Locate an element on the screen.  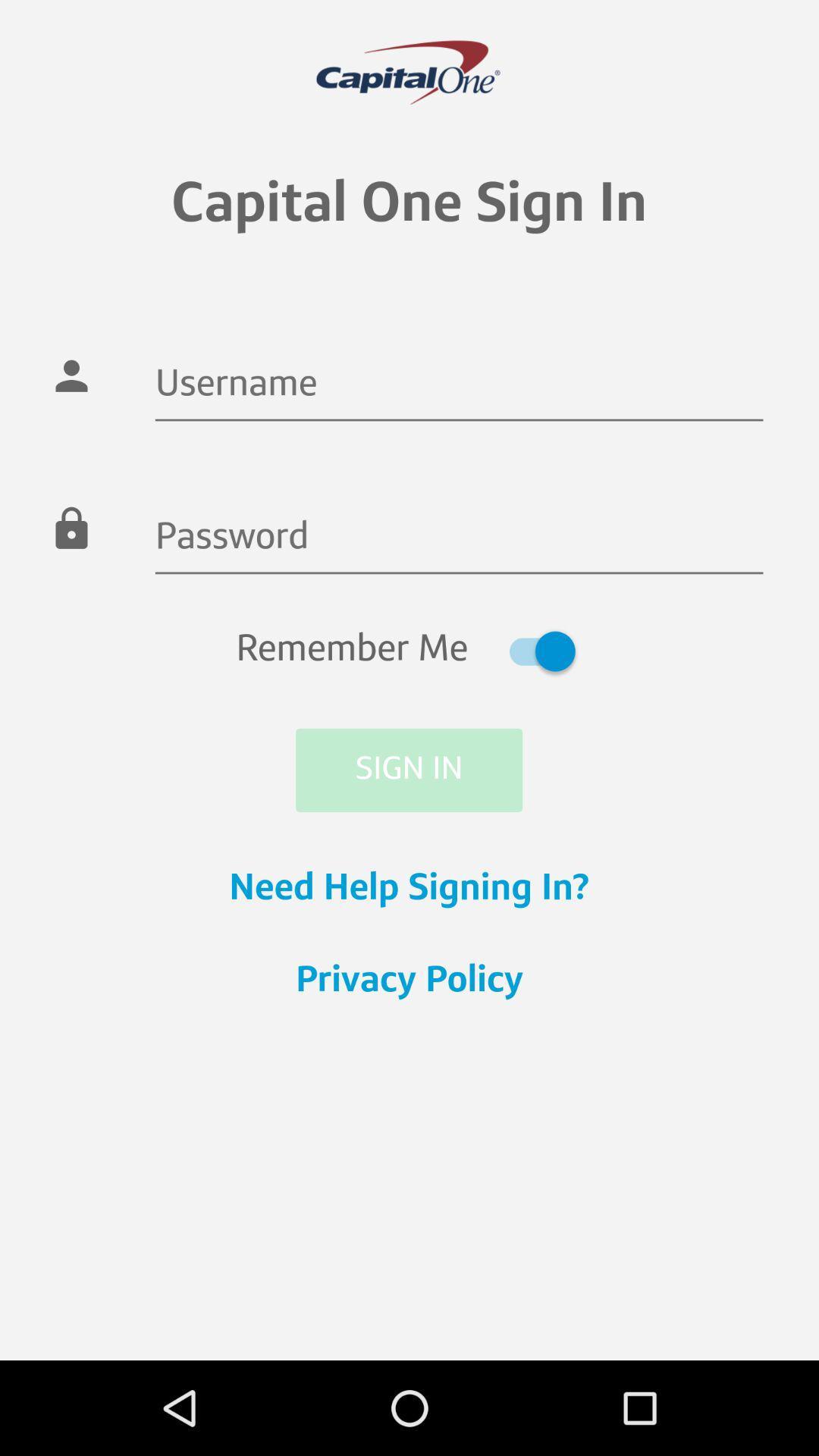
the item above the remember me item is located at coordinates (458, 539).